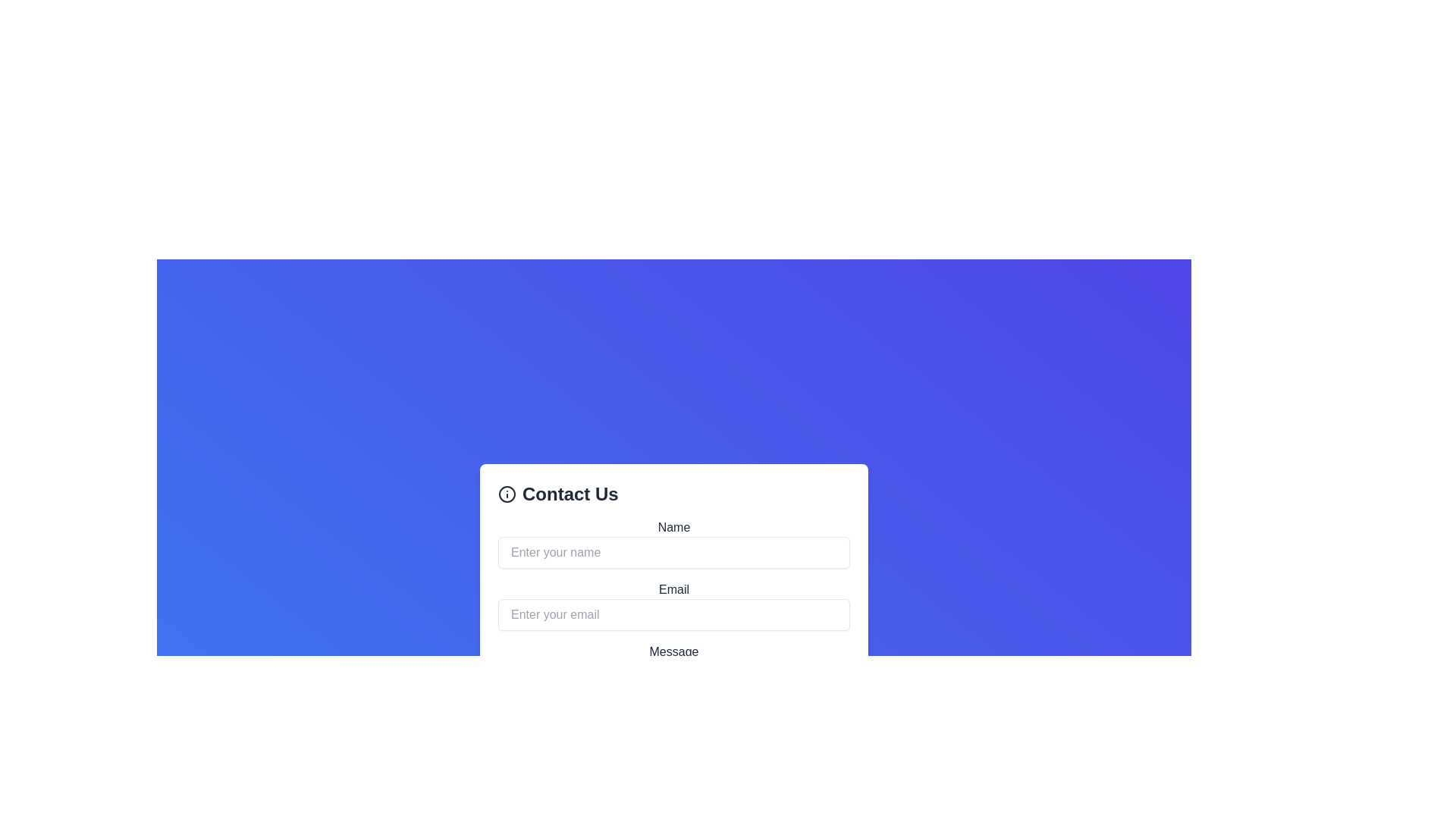 The height and width of the screenshot is (819, 1456). I want to click on the primary SVG Circle that forms the outer boundary of the 'info' icon, located to the left of the 'Contact Us' text in the top section of the form, so click(507, 494).